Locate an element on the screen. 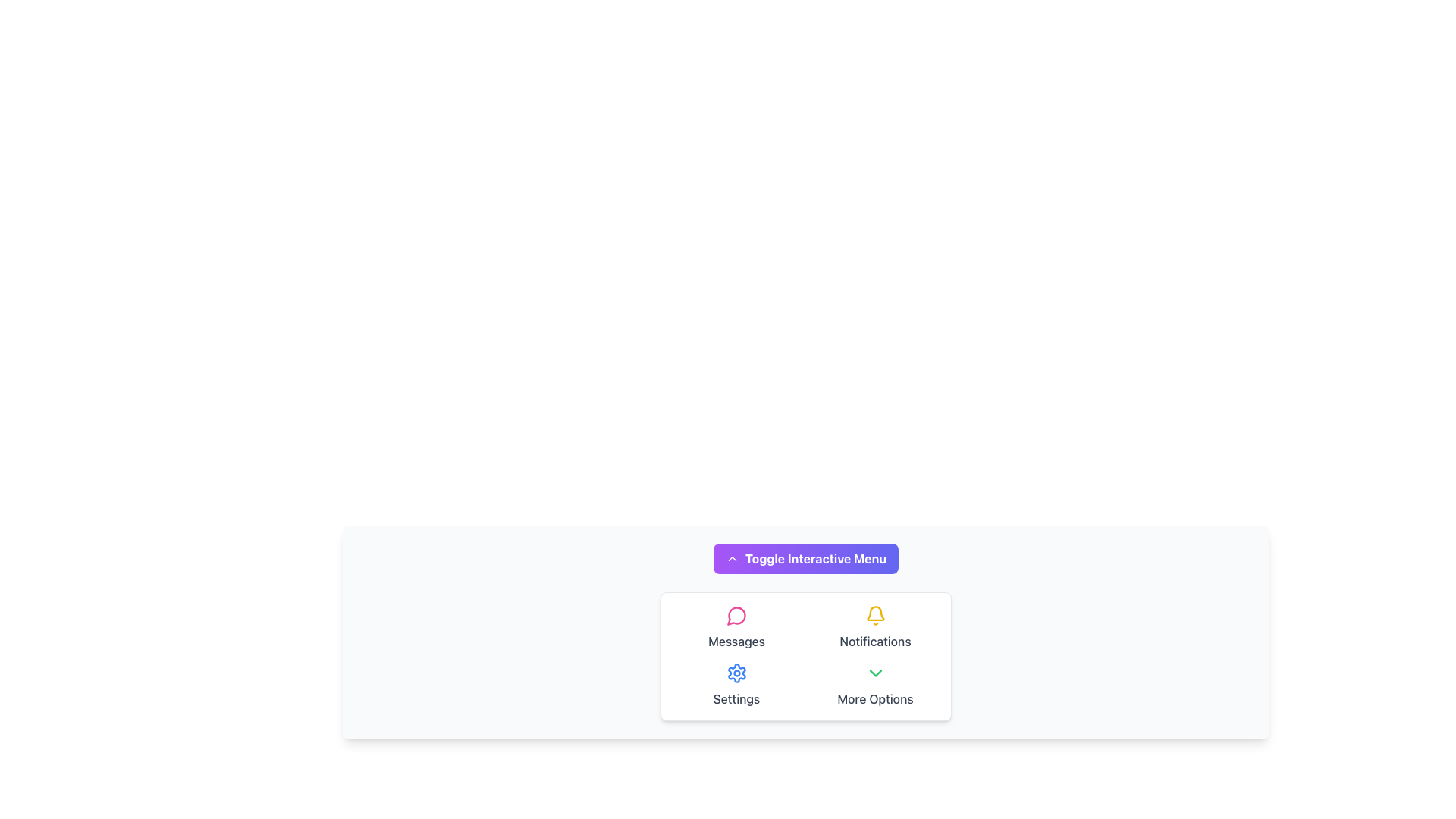 The height and width of the screenshot is (819, 1456). the interactive menu trigger located in the bottom-right corner of the grid, below the 'Notifications' section and adjacent to the 'Settings' section is located at coordinates (875, 685).